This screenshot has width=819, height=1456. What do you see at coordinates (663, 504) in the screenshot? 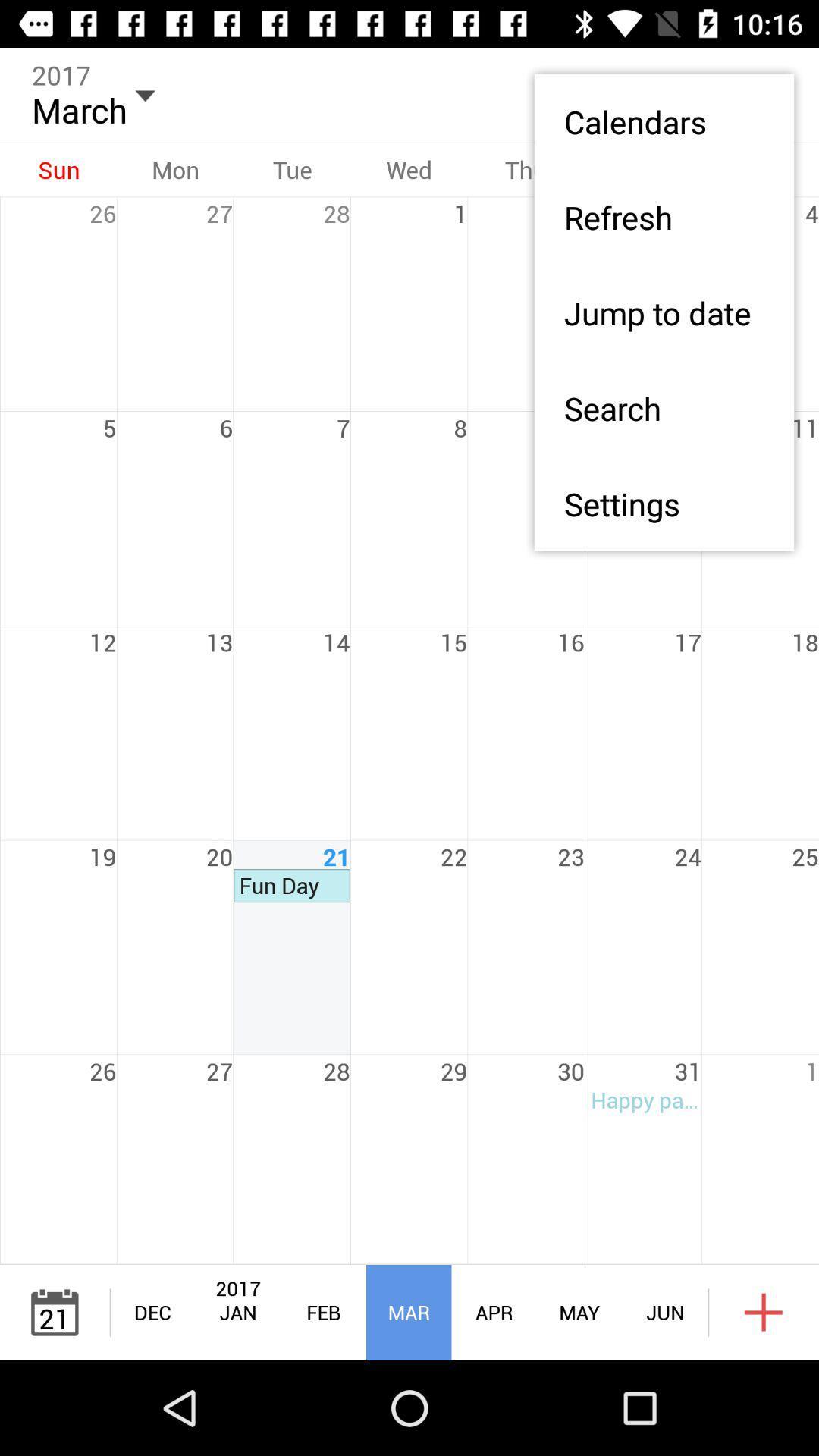
I see `settings item` at bounding box center [663, 504].